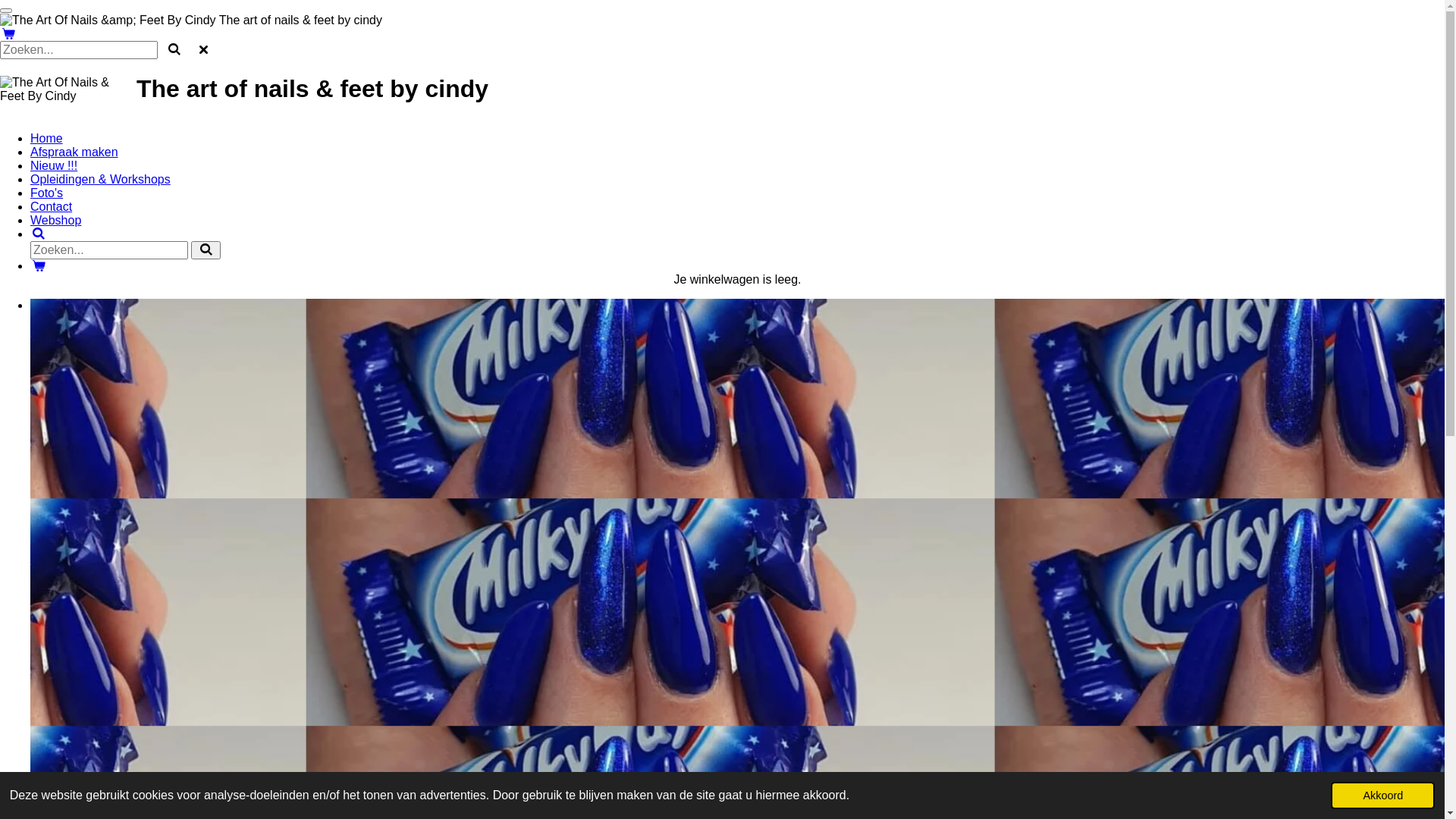  What do you see at coordinates (1330, 795) in the screenshot?
I see `'Akkoord'` at bounding box center [1330, 795].